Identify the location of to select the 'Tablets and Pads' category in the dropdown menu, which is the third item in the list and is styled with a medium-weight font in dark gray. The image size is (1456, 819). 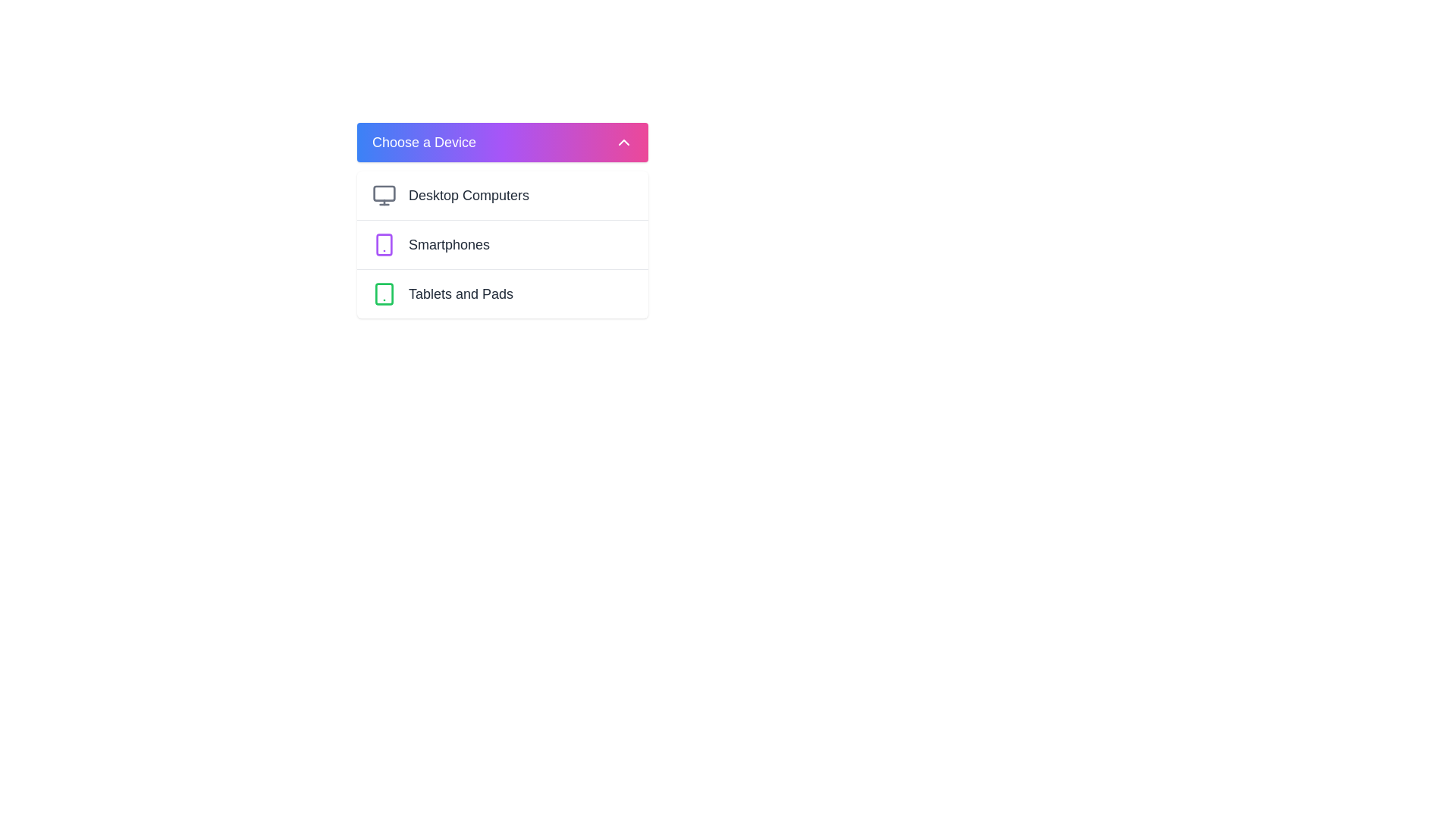
(460, 294).